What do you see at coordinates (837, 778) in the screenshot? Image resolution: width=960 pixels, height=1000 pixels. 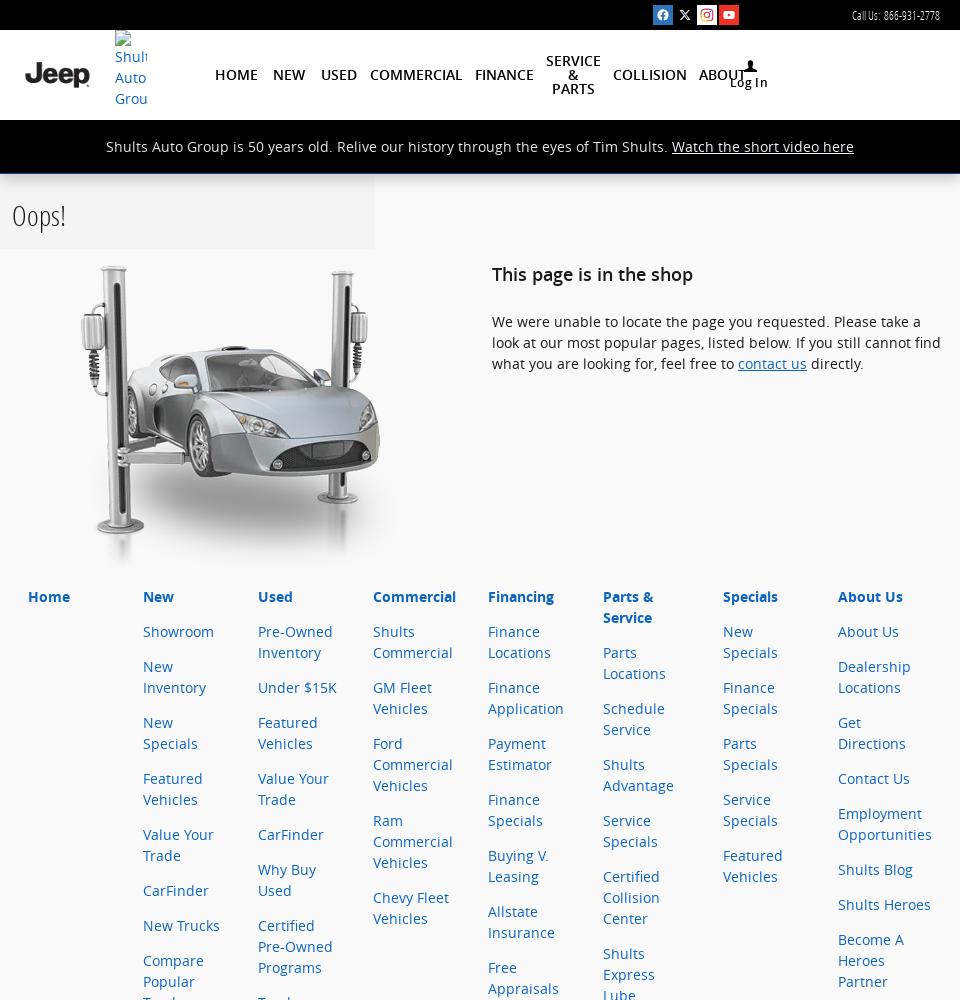 I see `'Contact Us'` at bounding box center [837, 778].